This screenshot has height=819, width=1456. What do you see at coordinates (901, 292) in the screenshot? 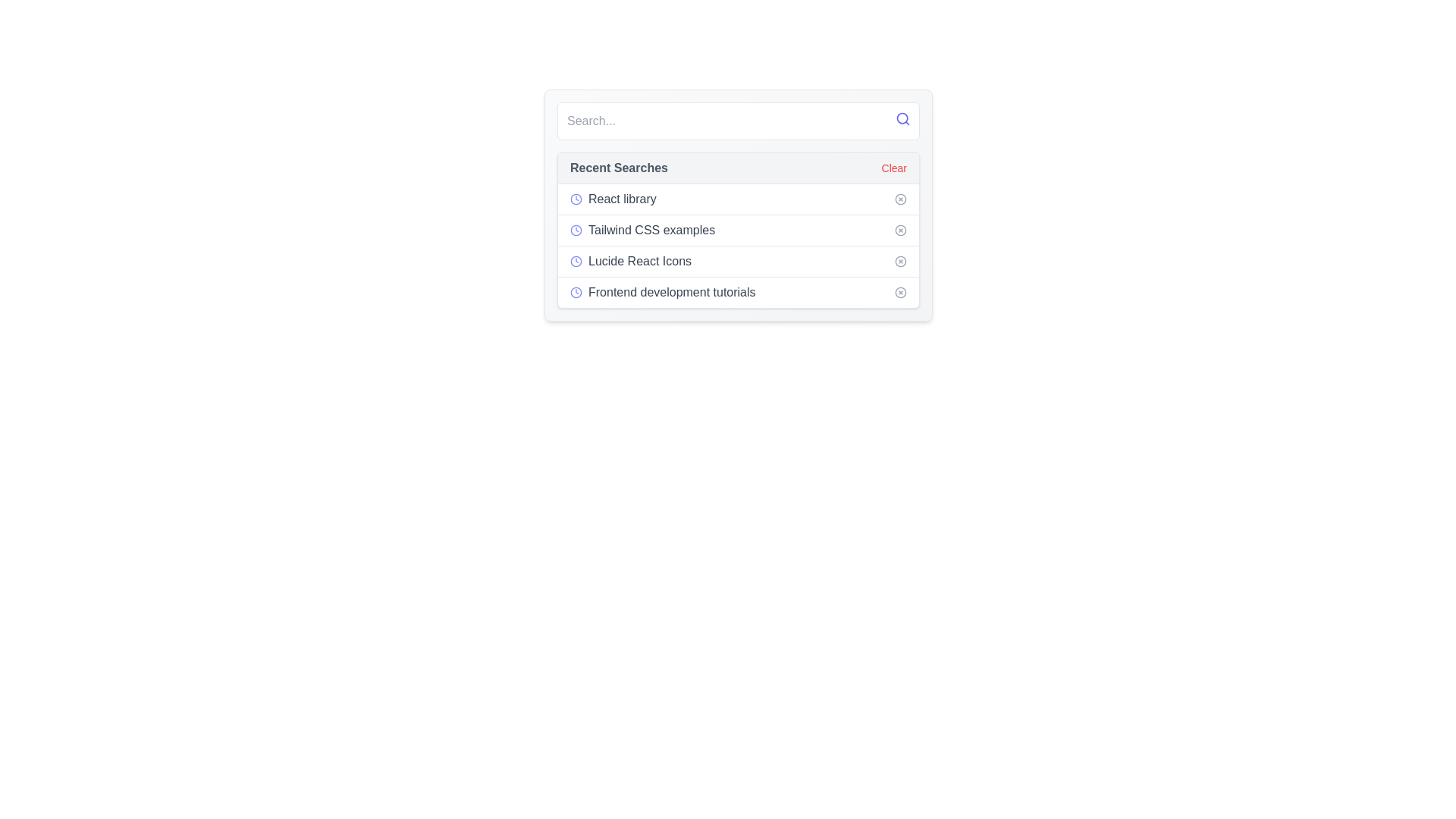
I see `the small circular 'X' icon button at the far-right of the 'Frontend development tutorials' row to change its color to red` at bounding box center [901, 292].